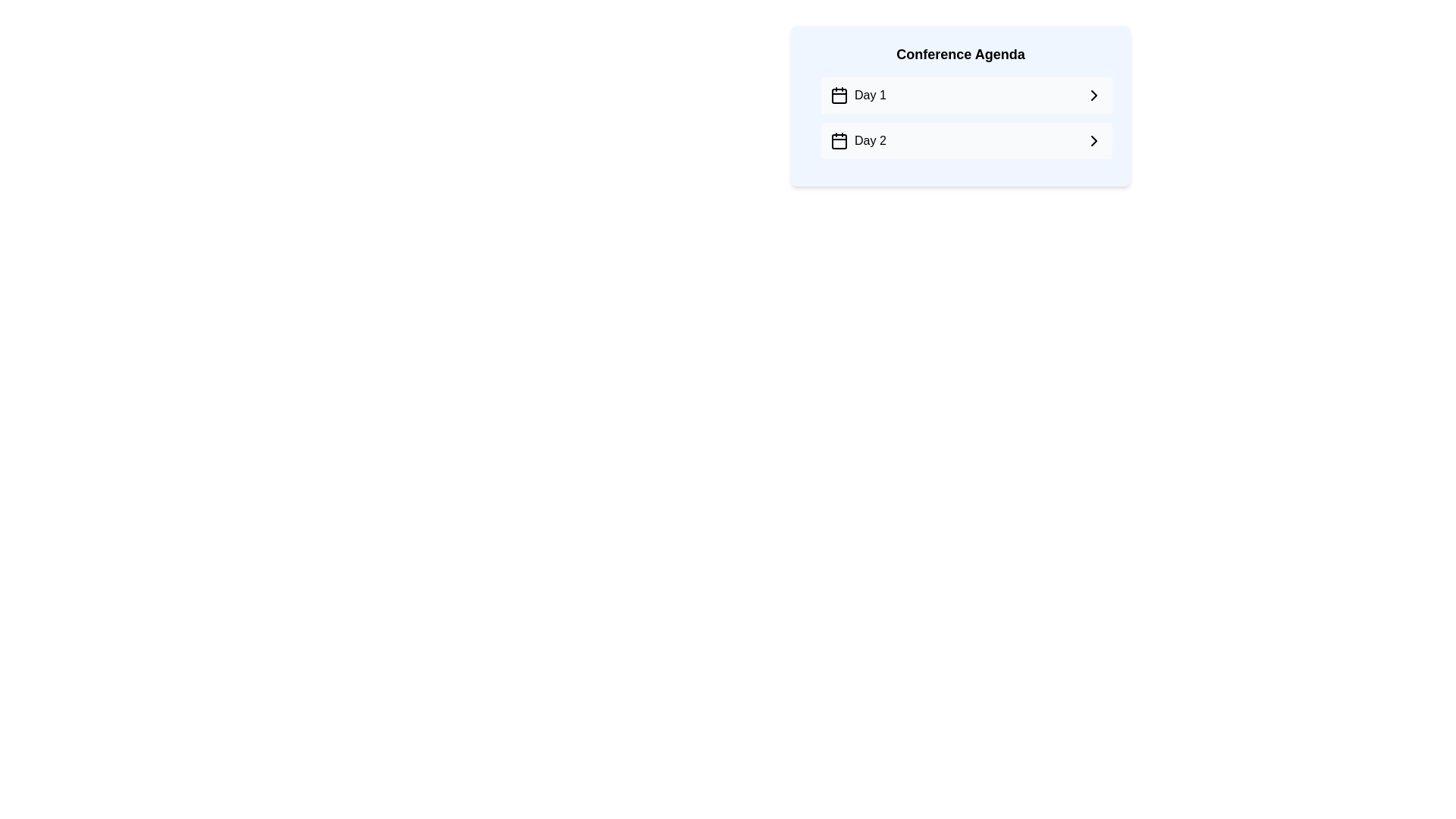 The width and height of the screenshot is (1456, 819). I want to click on the text label that describes 'Day 1' of the conference agenda, which is located to the right of the calendar icon in the first row of the agenda list, so click(870, 96).